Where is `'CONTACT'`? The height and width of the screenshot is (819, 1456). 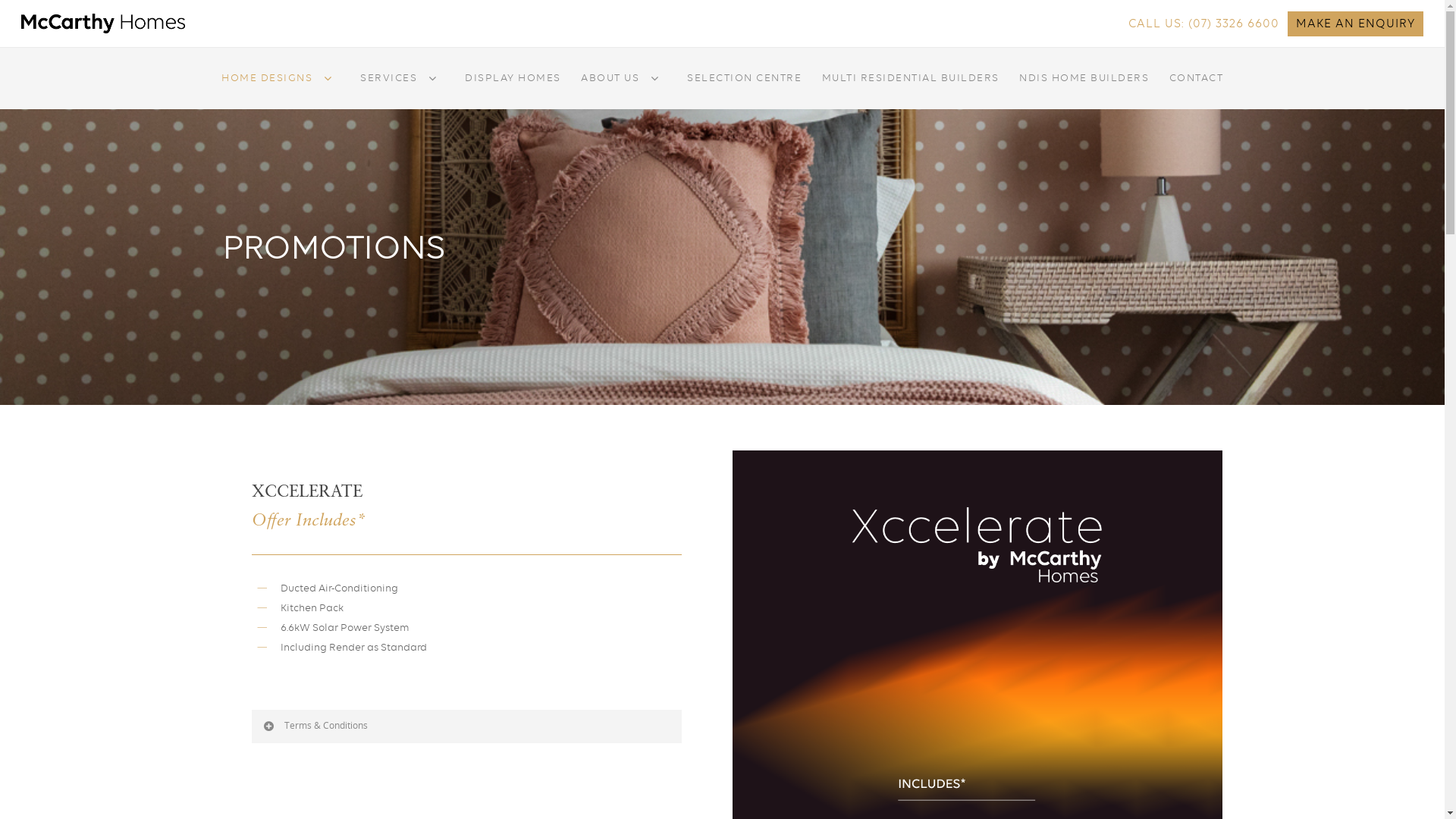 'CONTACT' is located at coordinates (1196, 88).